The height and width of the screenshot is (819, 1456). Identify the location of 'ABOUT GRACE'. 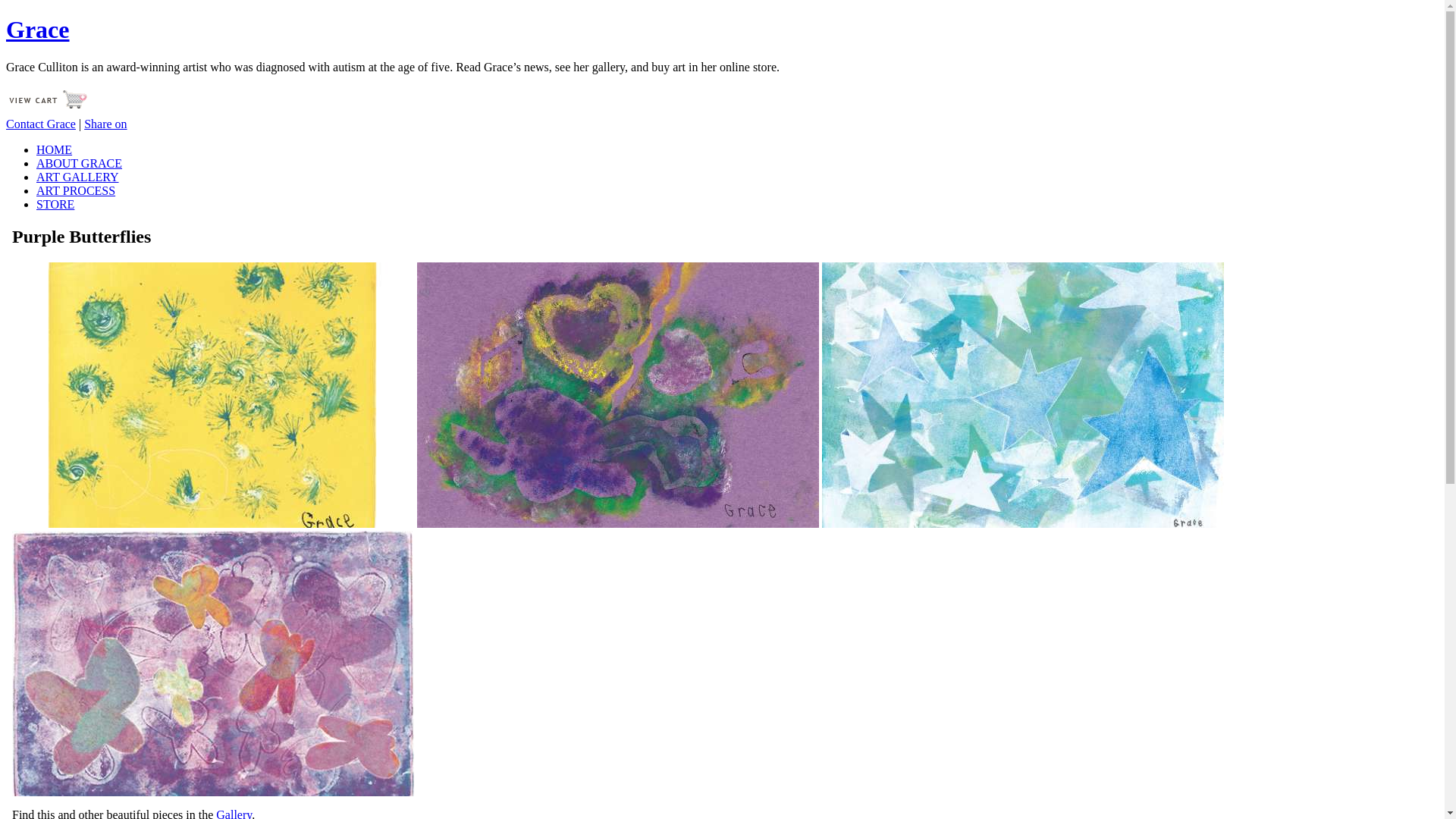
(78, 163).